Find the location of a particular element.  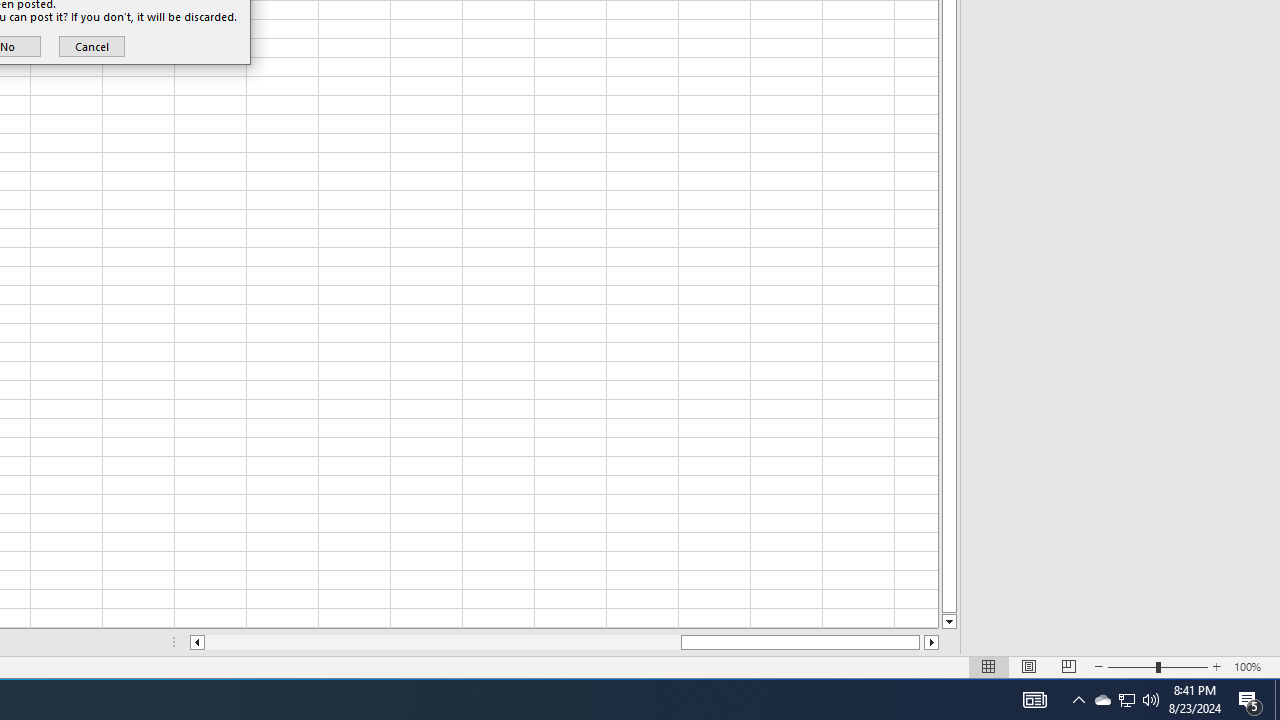

'Action Center, 5 new notifications' is located at coordinates (1250, 698).